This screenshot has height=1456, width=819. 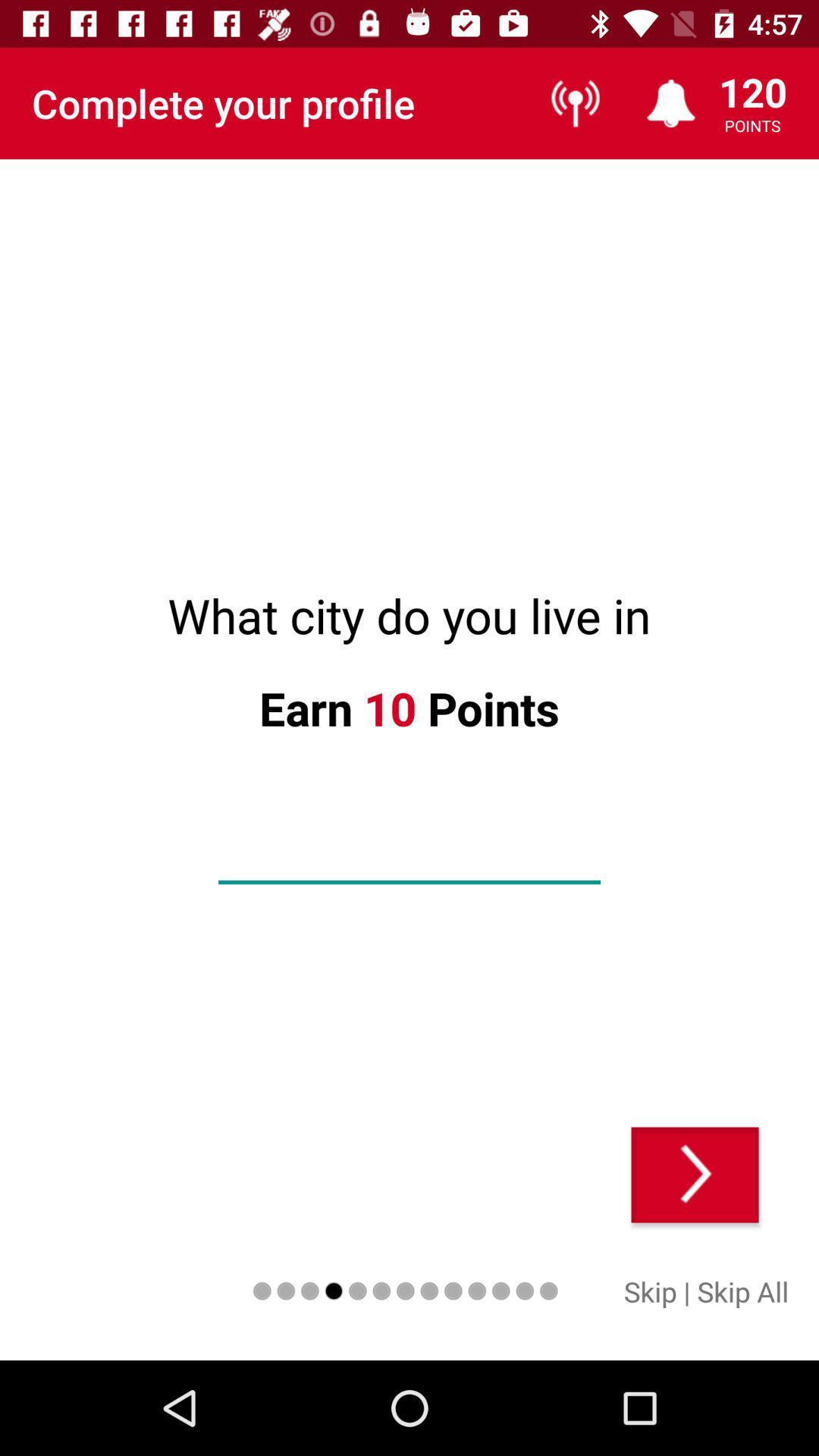 I want to click on item below the what city do, so click(x=695, y=1174).